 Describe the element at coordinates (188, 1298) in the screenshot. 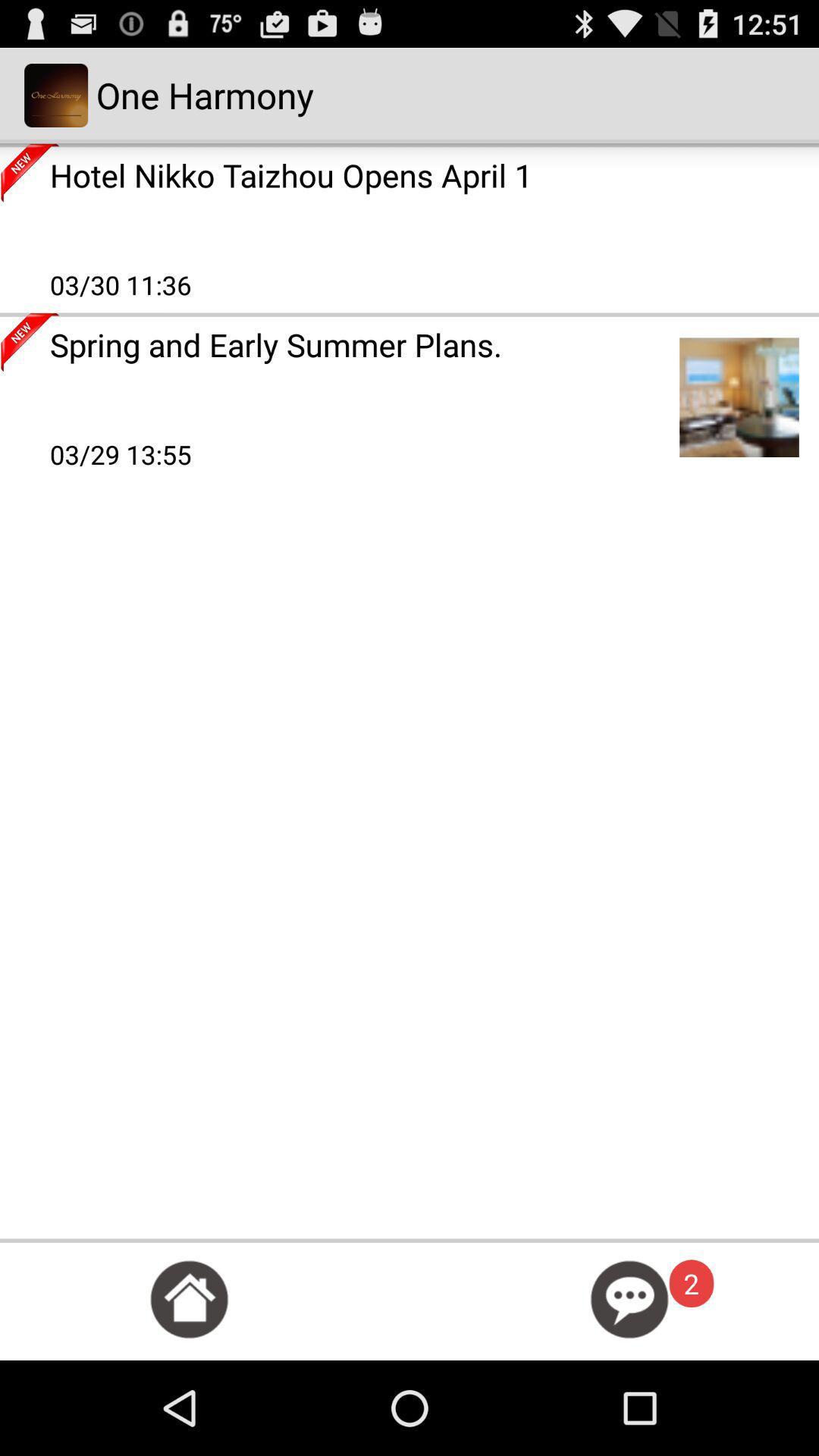

I see `go home` at that location.